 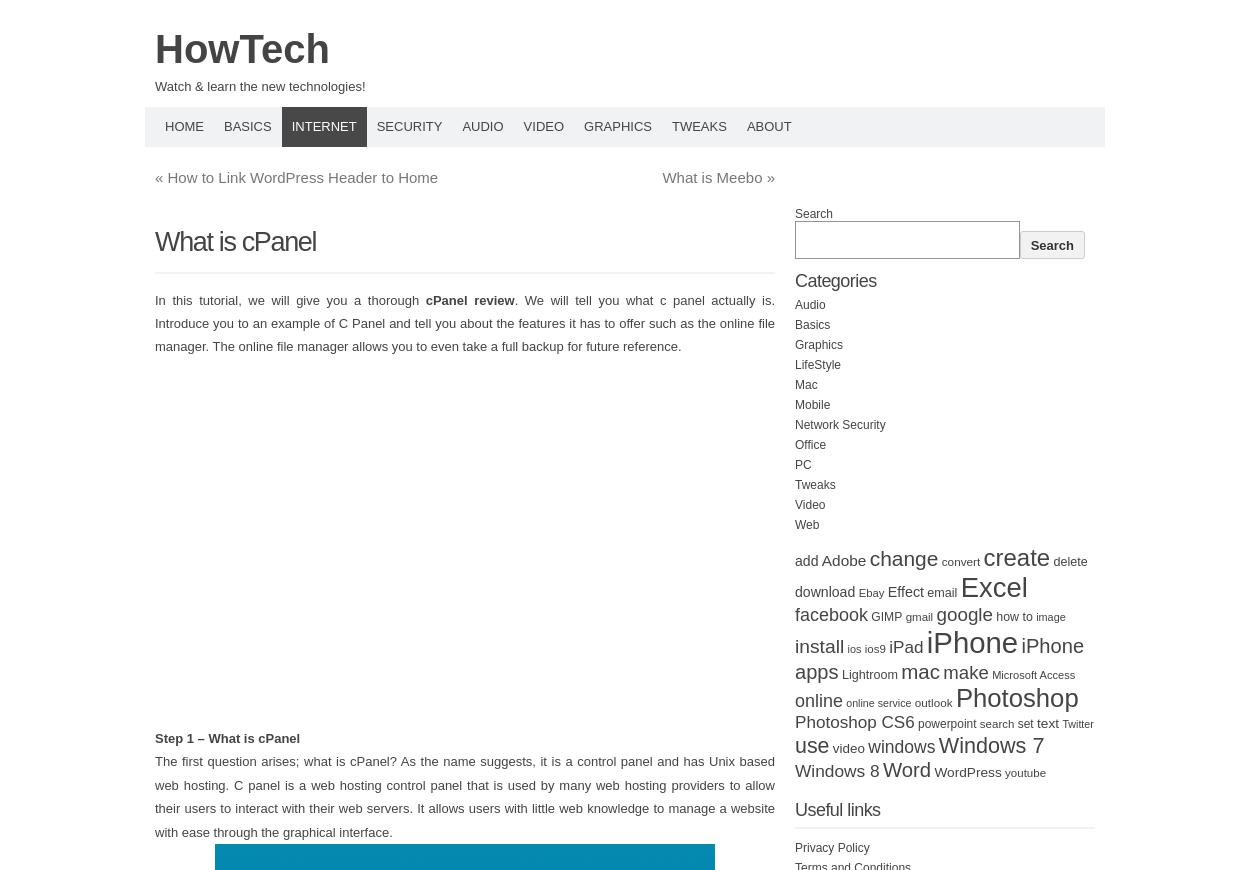 I want to click on 'Word', so click(x=906, y=770).